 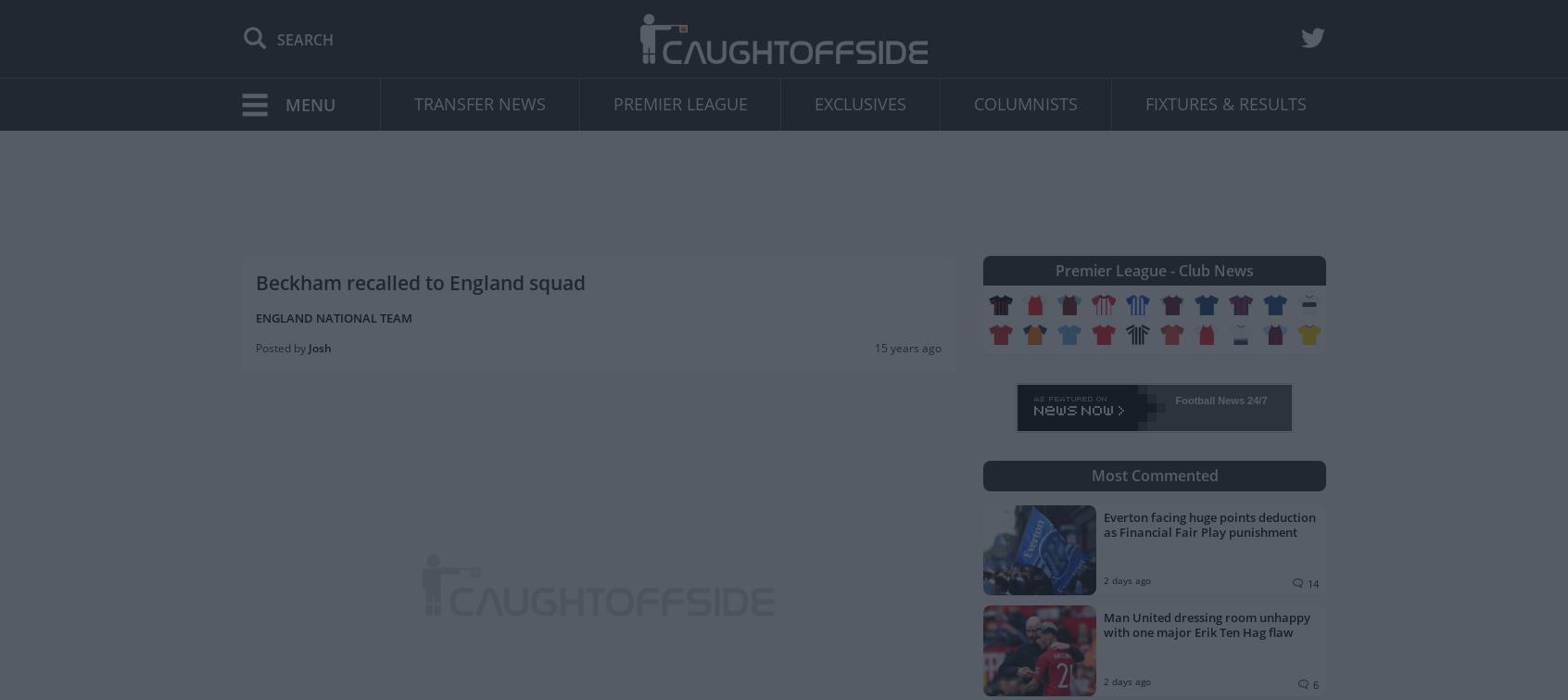 I want to click on 'Premier League', so click(x=678, y=103).